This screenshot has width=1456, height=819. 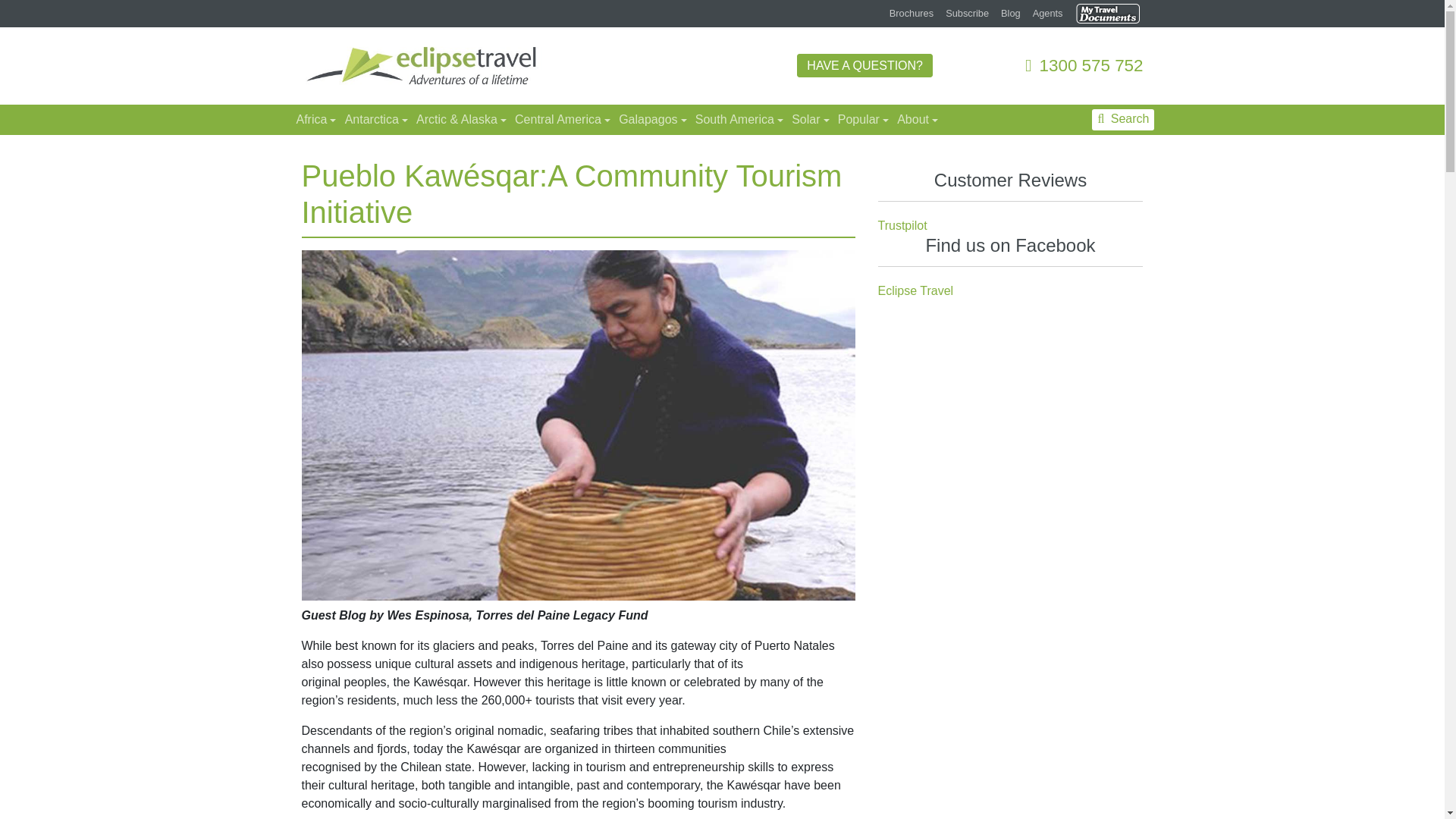 I want to click on 'Africa', so click(x=290, y=119).